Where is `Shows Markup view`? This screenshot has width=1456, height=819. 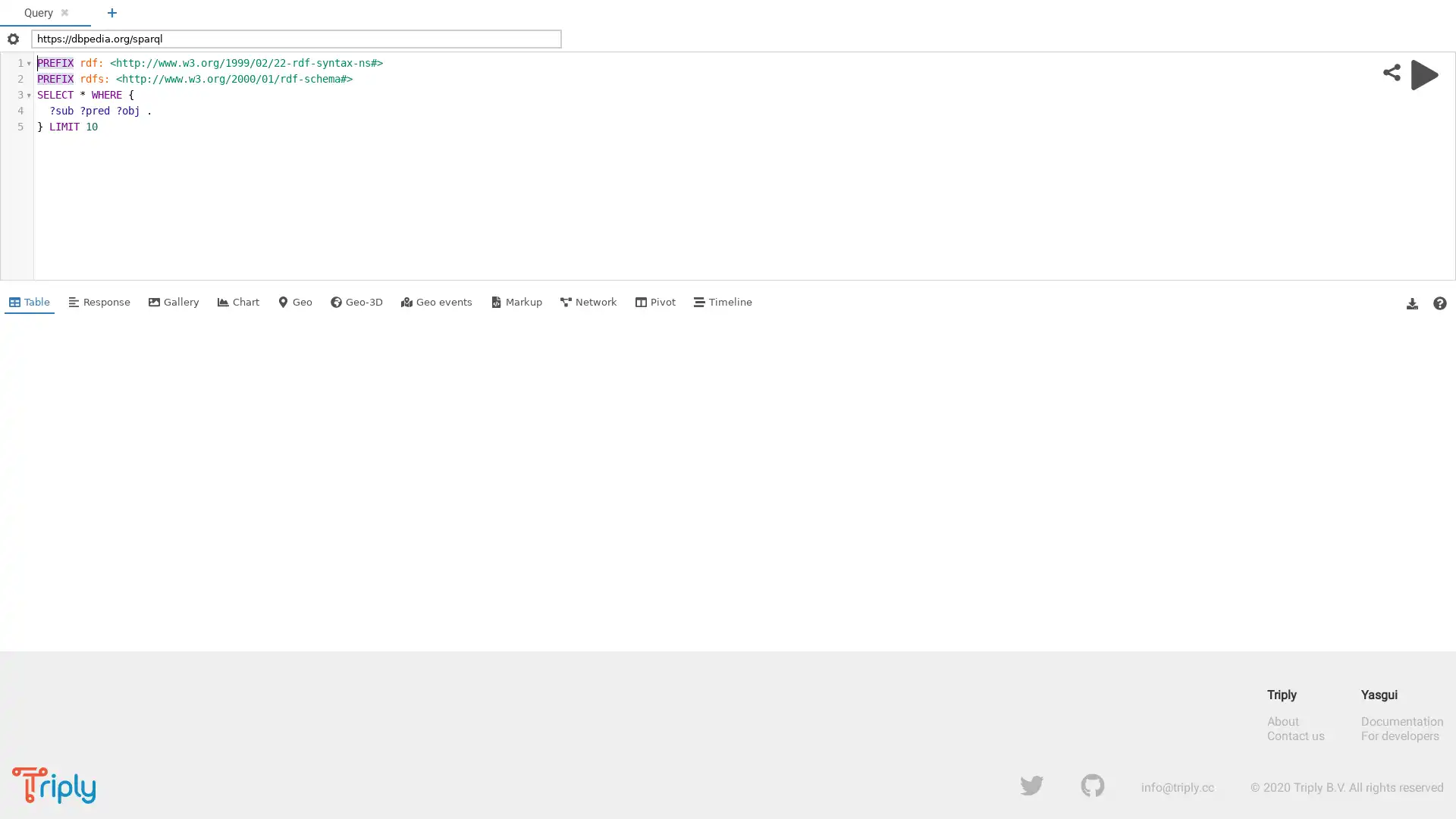 Shows Markup view is located at coordinates (516, 303).